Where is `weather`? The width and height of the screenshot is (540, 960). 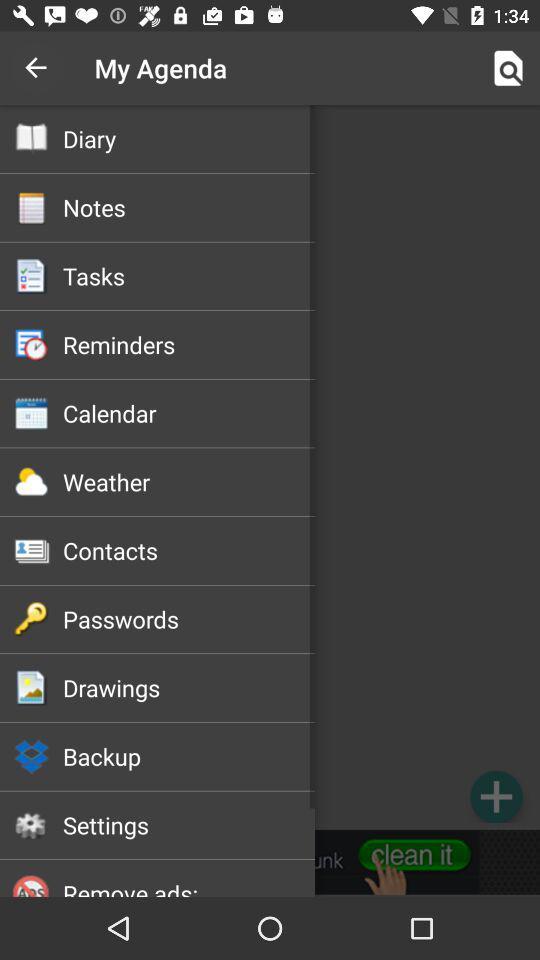 weather is located at coordinates (189, 481).